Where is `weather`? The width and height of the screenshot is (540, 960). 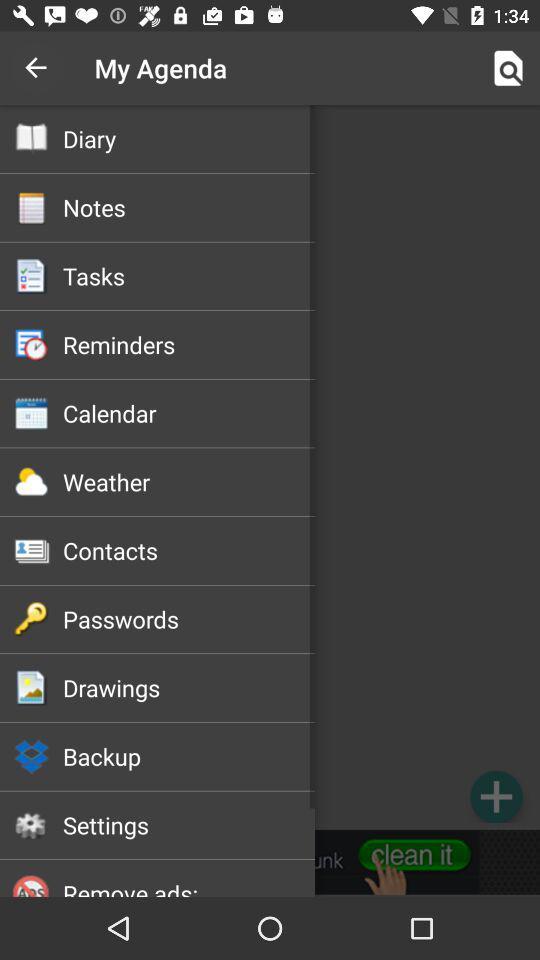 weather is located at coordinates (189, 481).